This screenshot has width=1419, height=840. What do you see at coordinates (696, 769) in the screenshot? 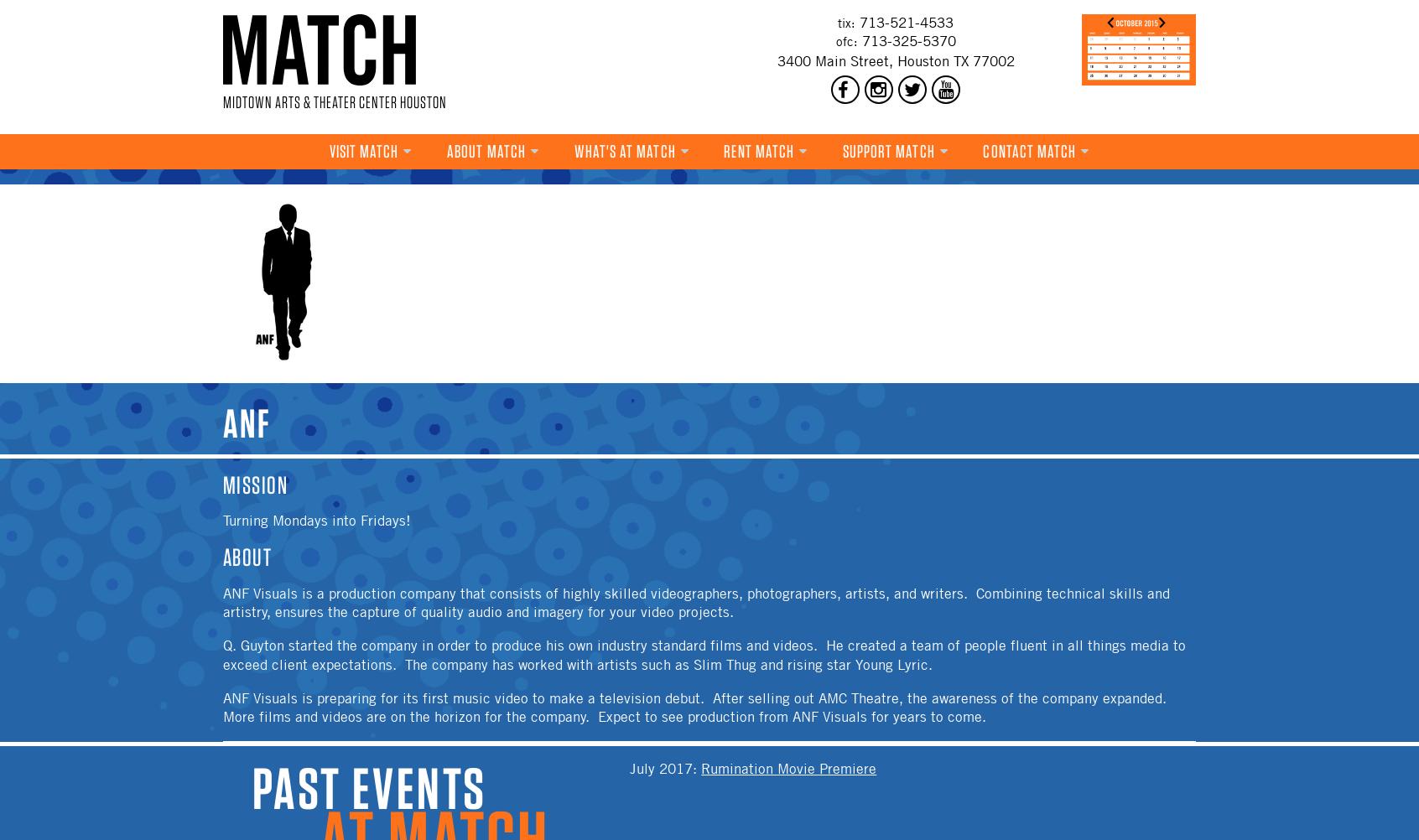
I see `':'` at bounding box center [696, 769].